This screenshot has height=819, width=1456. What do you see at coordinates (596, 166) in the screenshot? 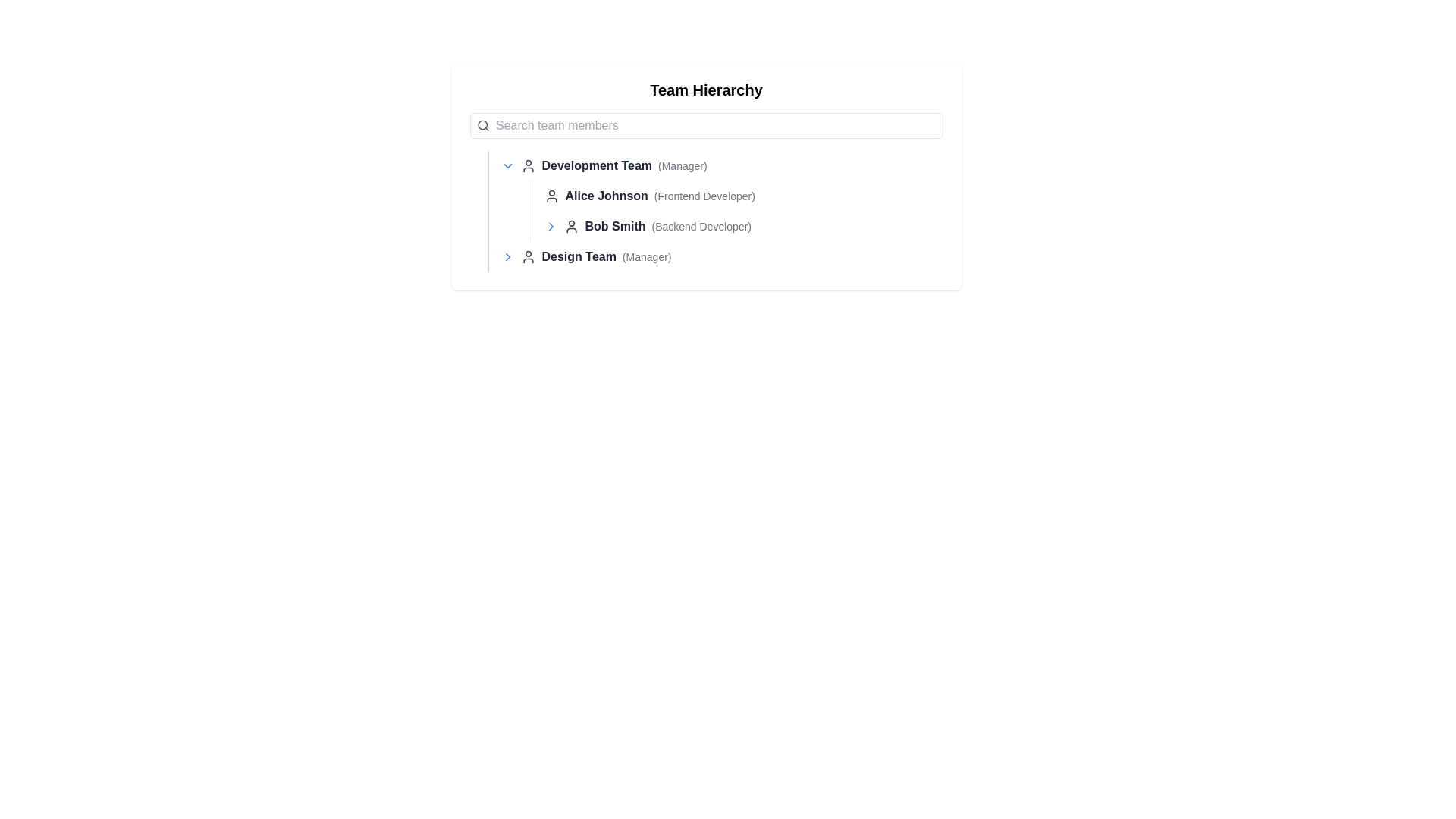
I see `the Text Block that labels the team in the hierarchy, positioned beside '(Manager)' under 'Development Team (Manager)'` at bounding box center [596, 166].